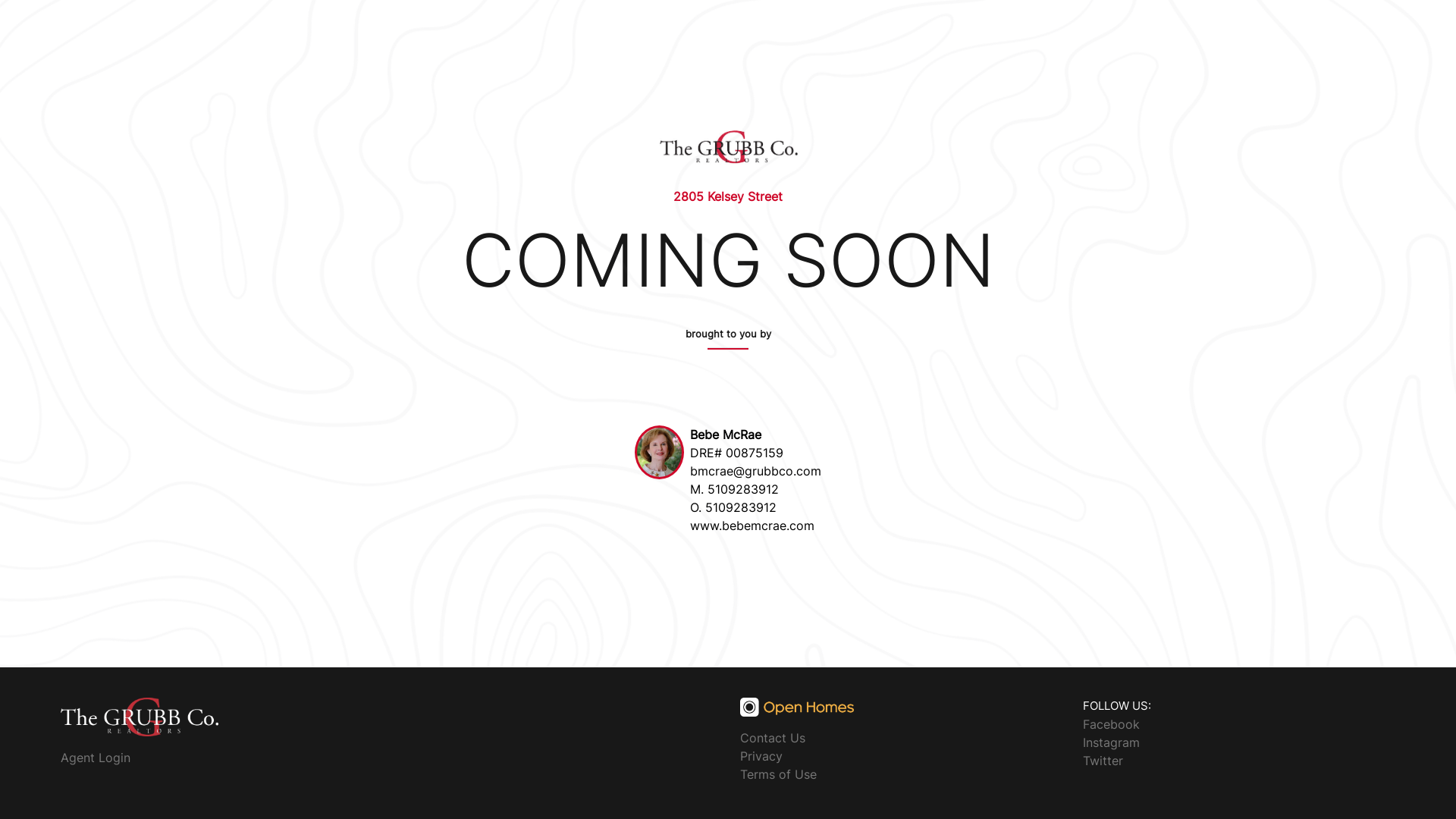  I want to click on 'www.bebemcrae.com', so click(752, 525).